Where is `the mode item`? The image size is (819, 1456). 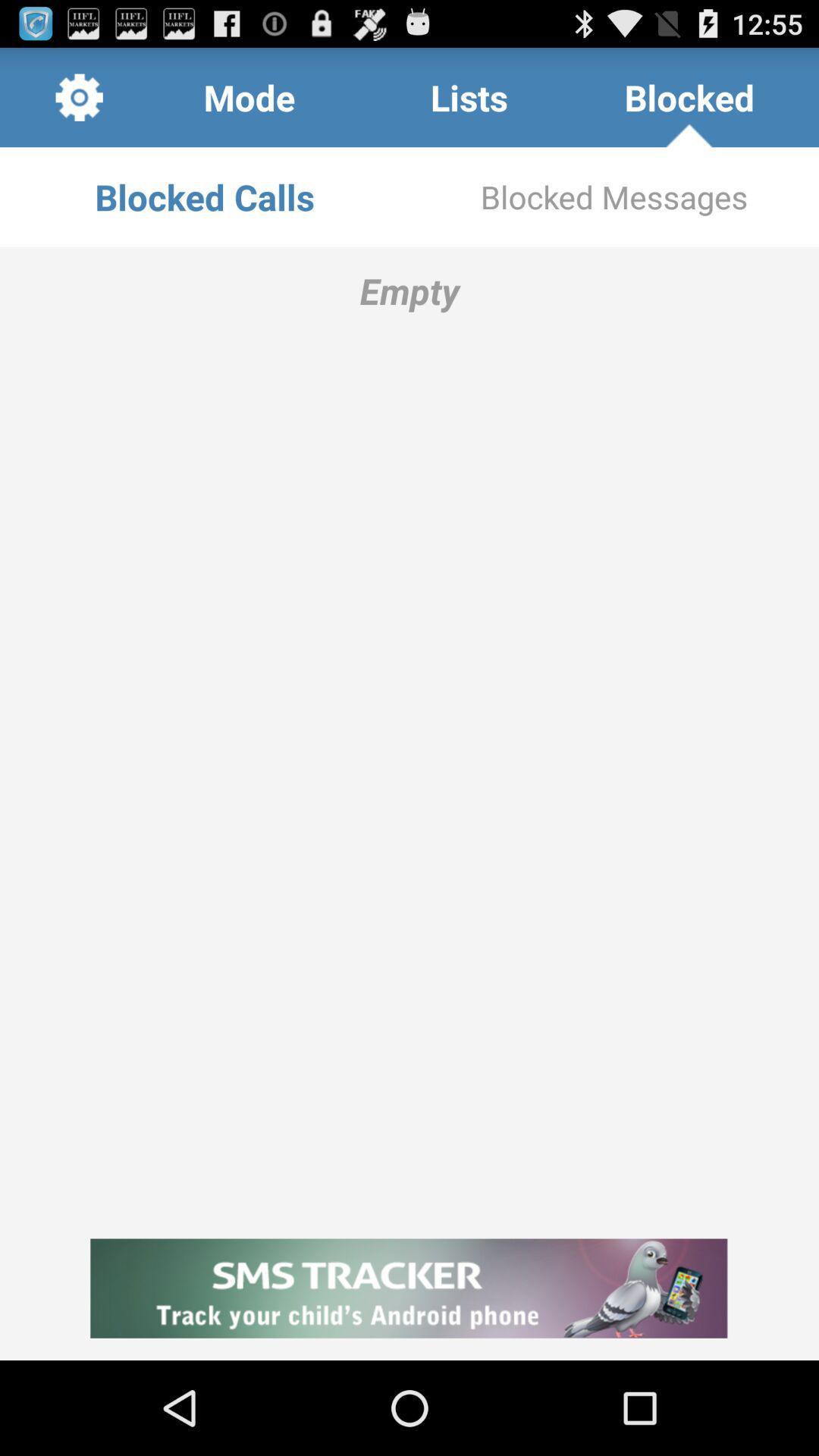
the mode item is located at coordinates (248, 96).